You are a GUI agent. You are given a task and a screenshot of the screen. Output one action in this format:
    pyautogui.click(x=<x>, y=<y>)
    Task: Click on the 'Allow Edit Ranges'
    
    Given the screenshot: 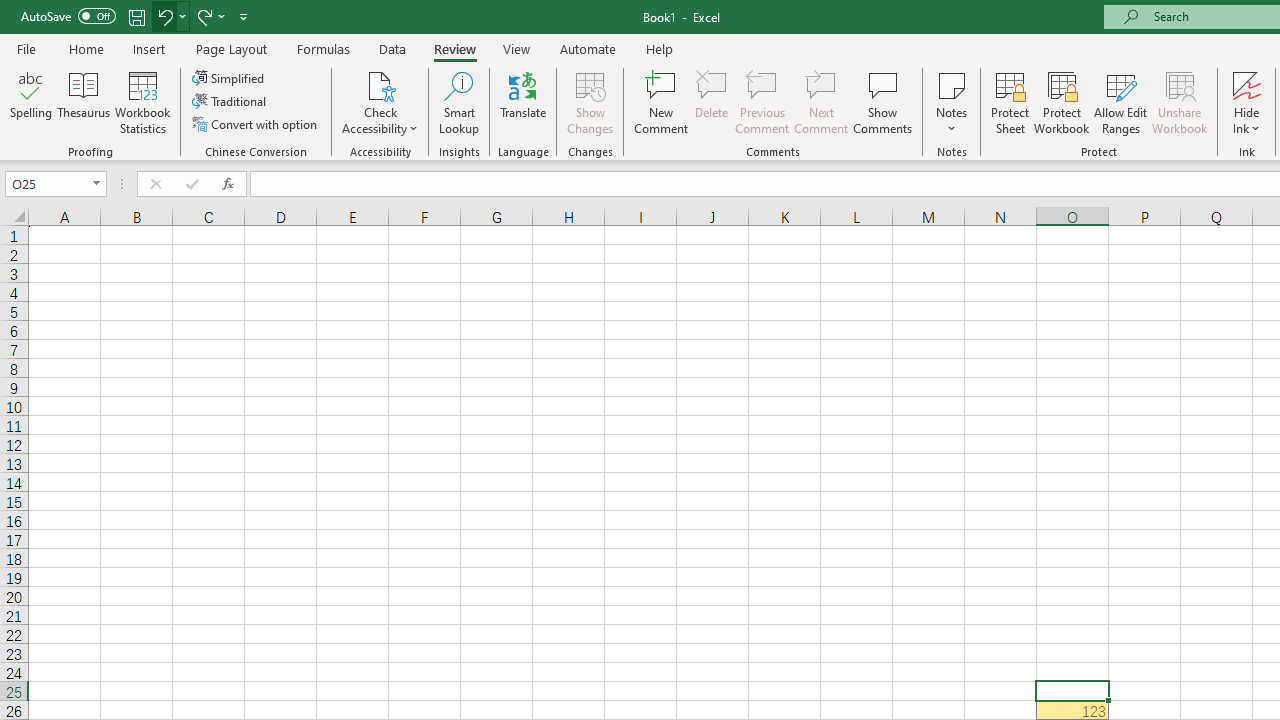 What is the action you would take?
    pyautogui.click(x=1120, y=103)
    